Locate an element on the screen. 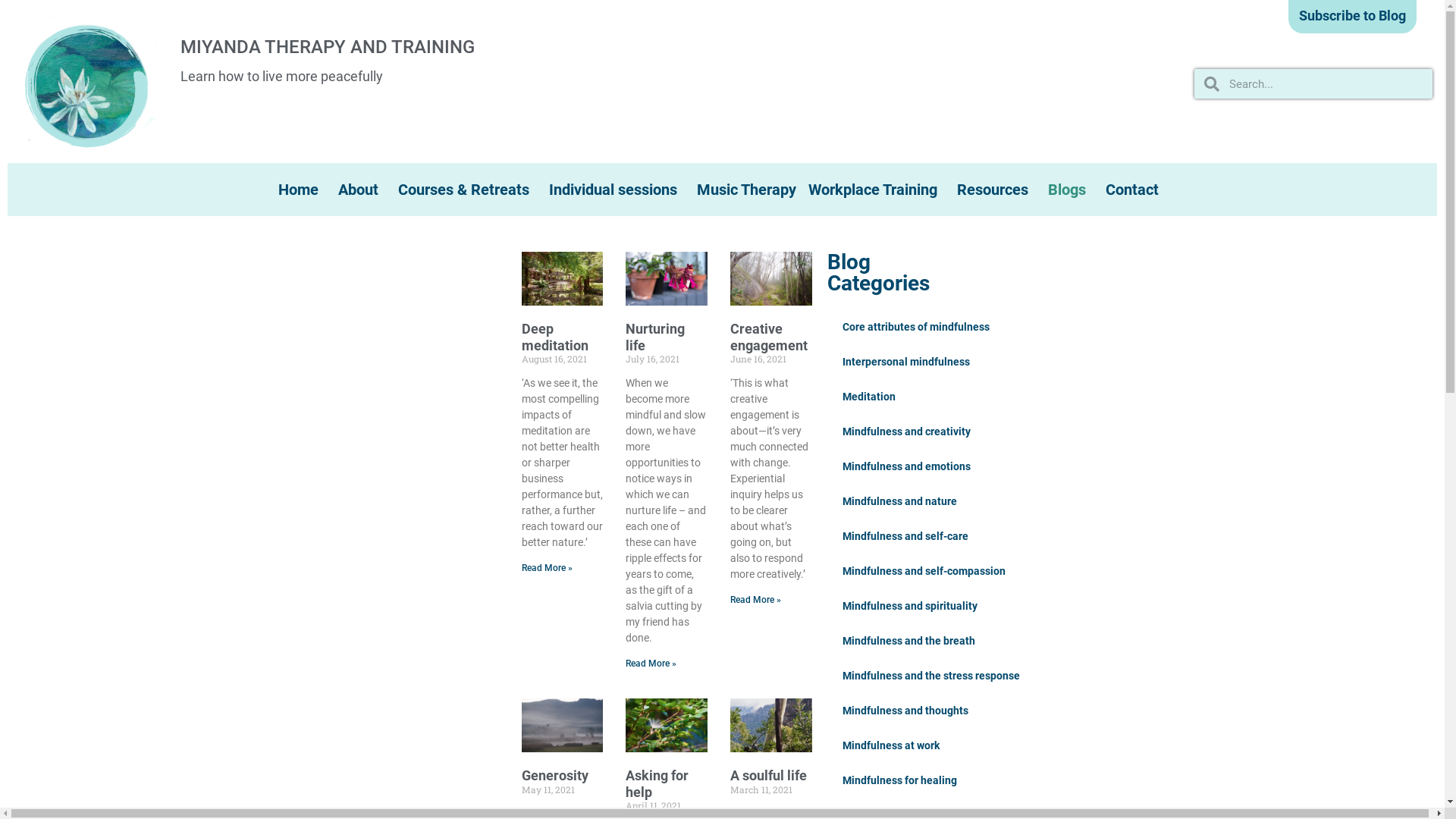  'Mindfulness at work' is located at coordinates (891, 745).